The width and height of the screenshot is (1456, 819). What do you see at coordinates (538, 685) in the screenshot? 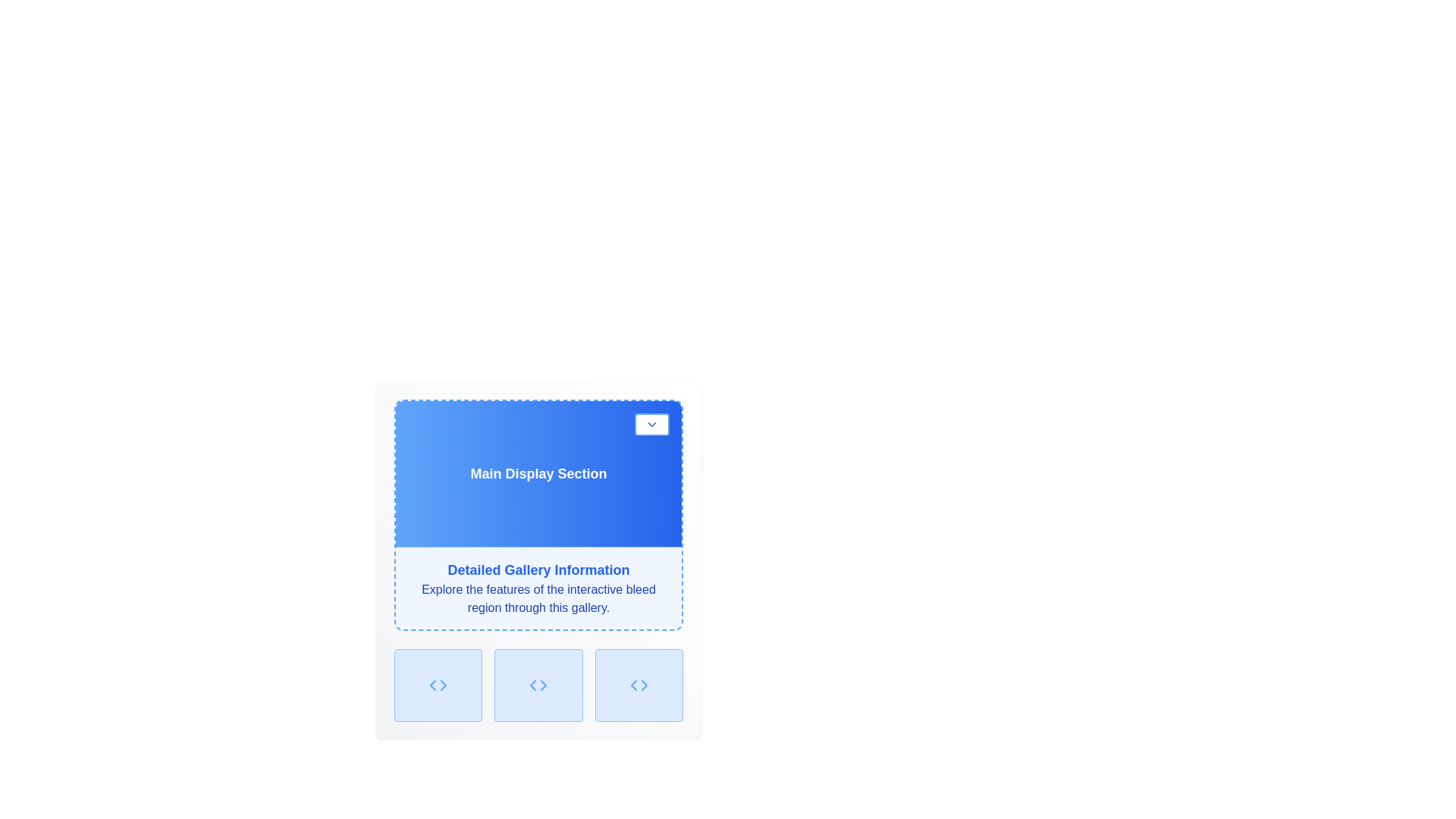
I see `the interactive card component with a light blue background and a code icon, located at the center of the grid layout` at bounding box center [538, 685].